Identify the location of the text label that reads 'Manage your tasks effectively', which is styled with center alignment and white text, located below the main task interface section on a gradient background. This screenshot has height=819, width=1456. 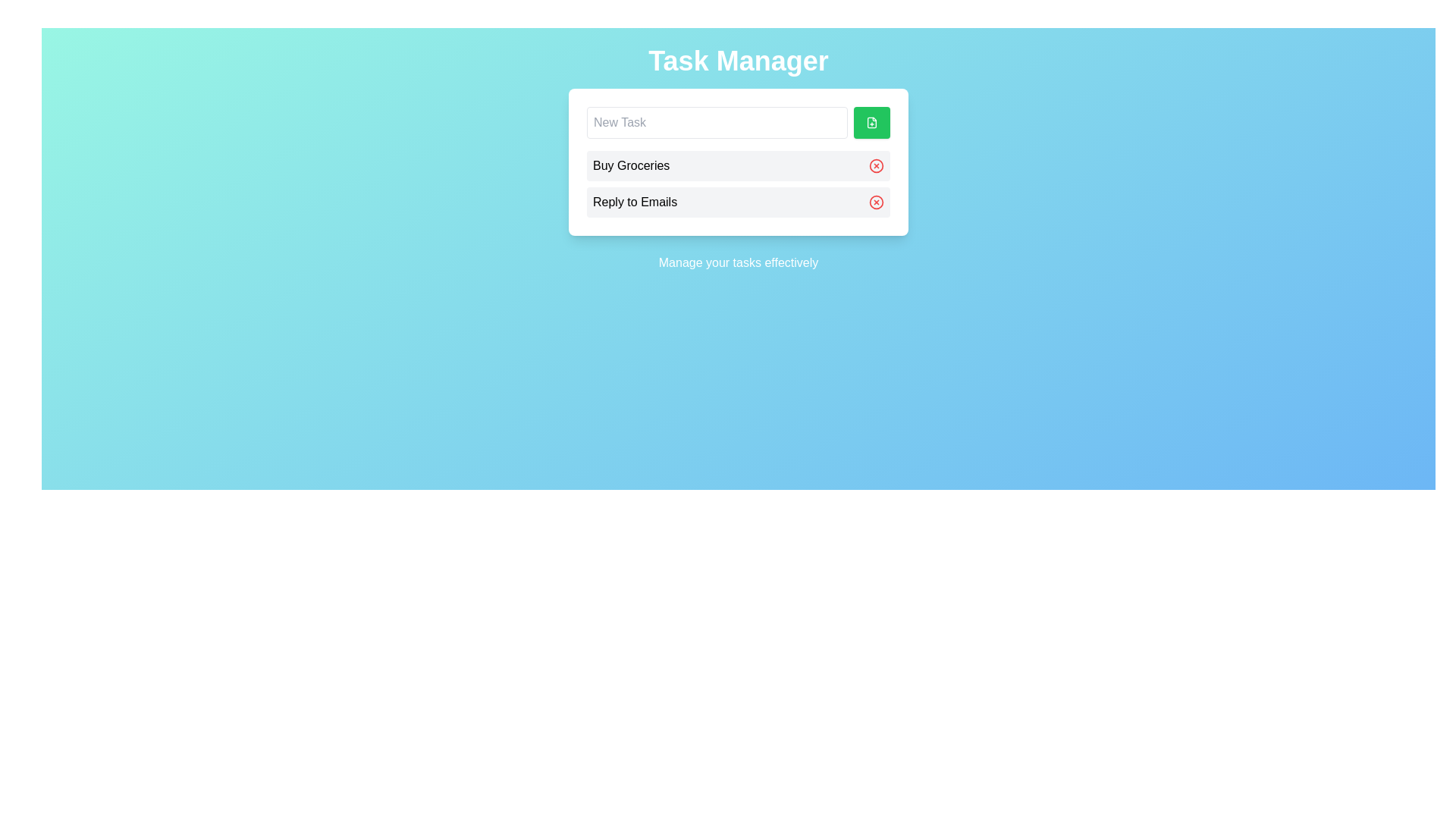
(739, 262).